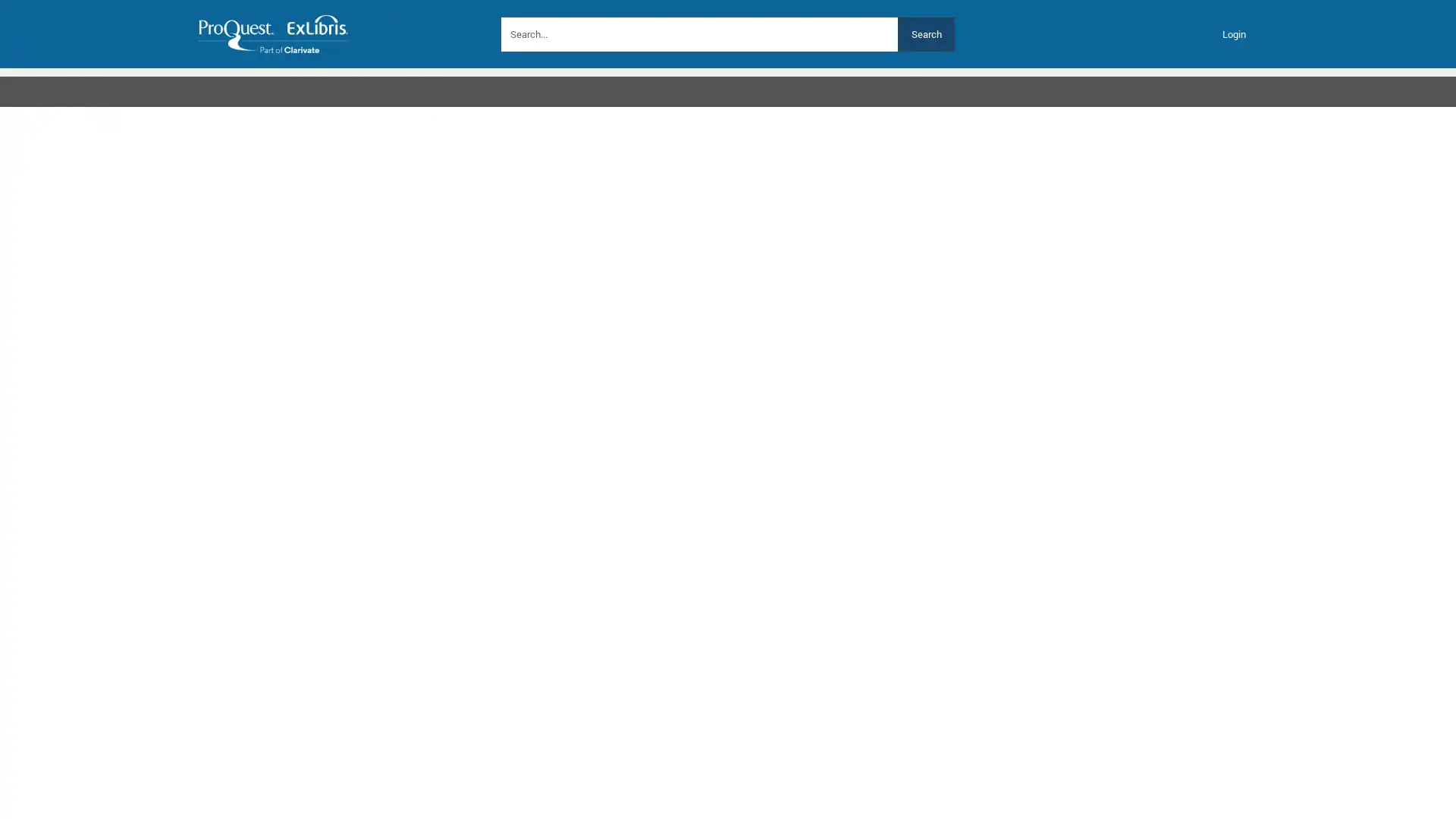 This screenshot has height=819, width=1456. Describe the element at coordinates (461, 86) in the screenshot. I see `Contact Us` at that location.